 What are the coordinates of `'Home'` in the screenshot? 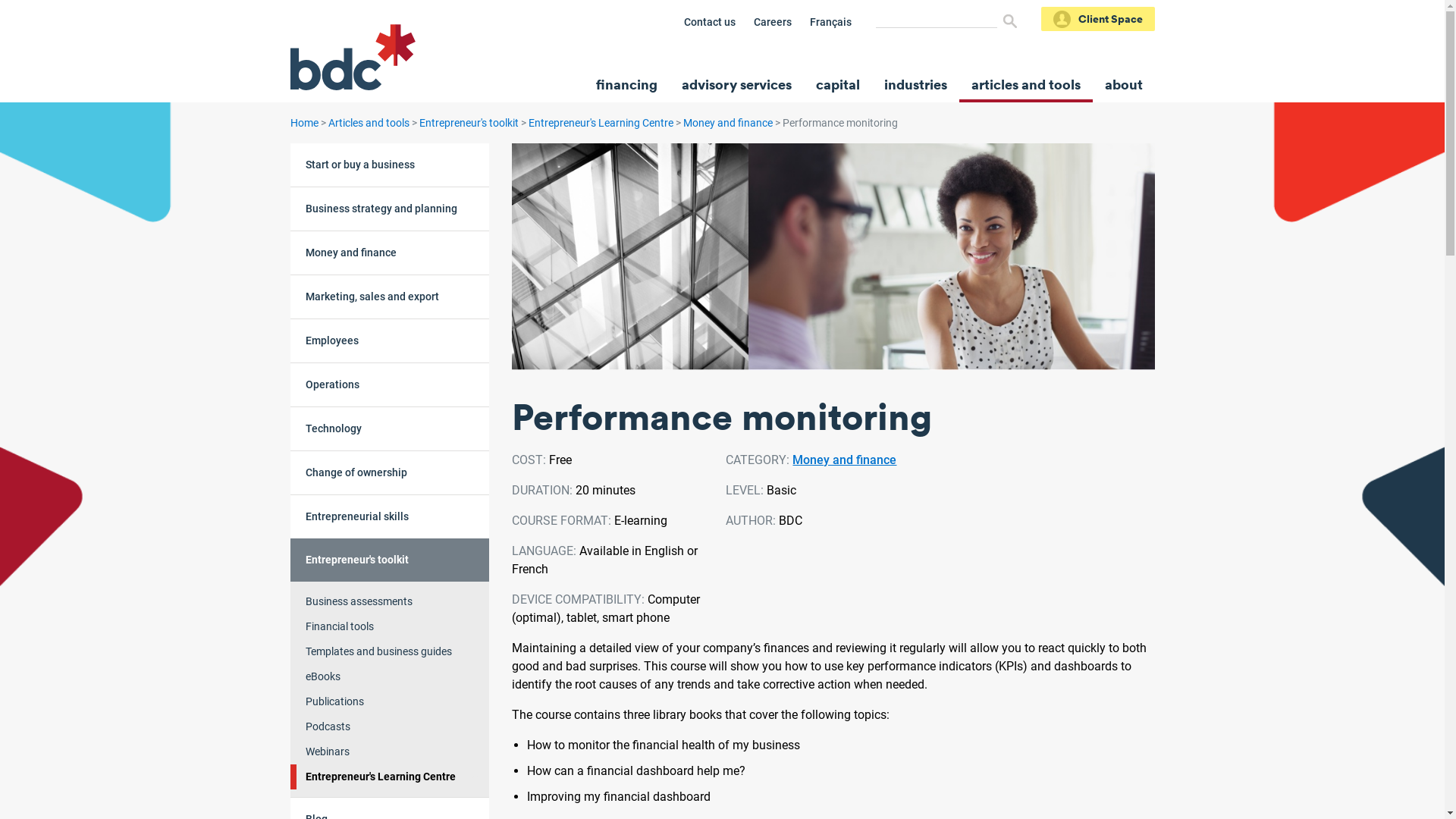 It's located at (290, 122).